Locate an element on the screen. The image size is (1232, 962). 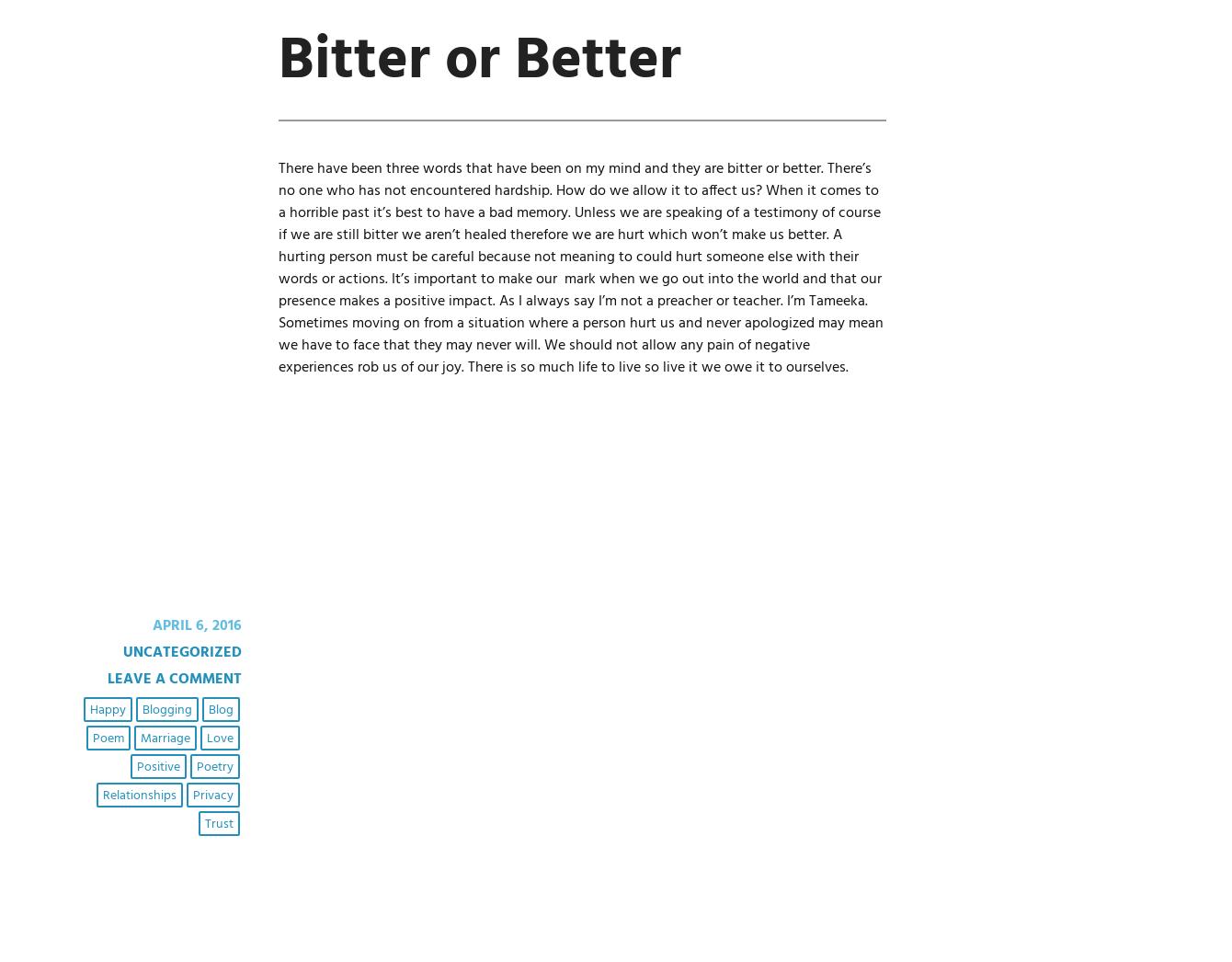
'blogging' is located at coordinates (165, 708).